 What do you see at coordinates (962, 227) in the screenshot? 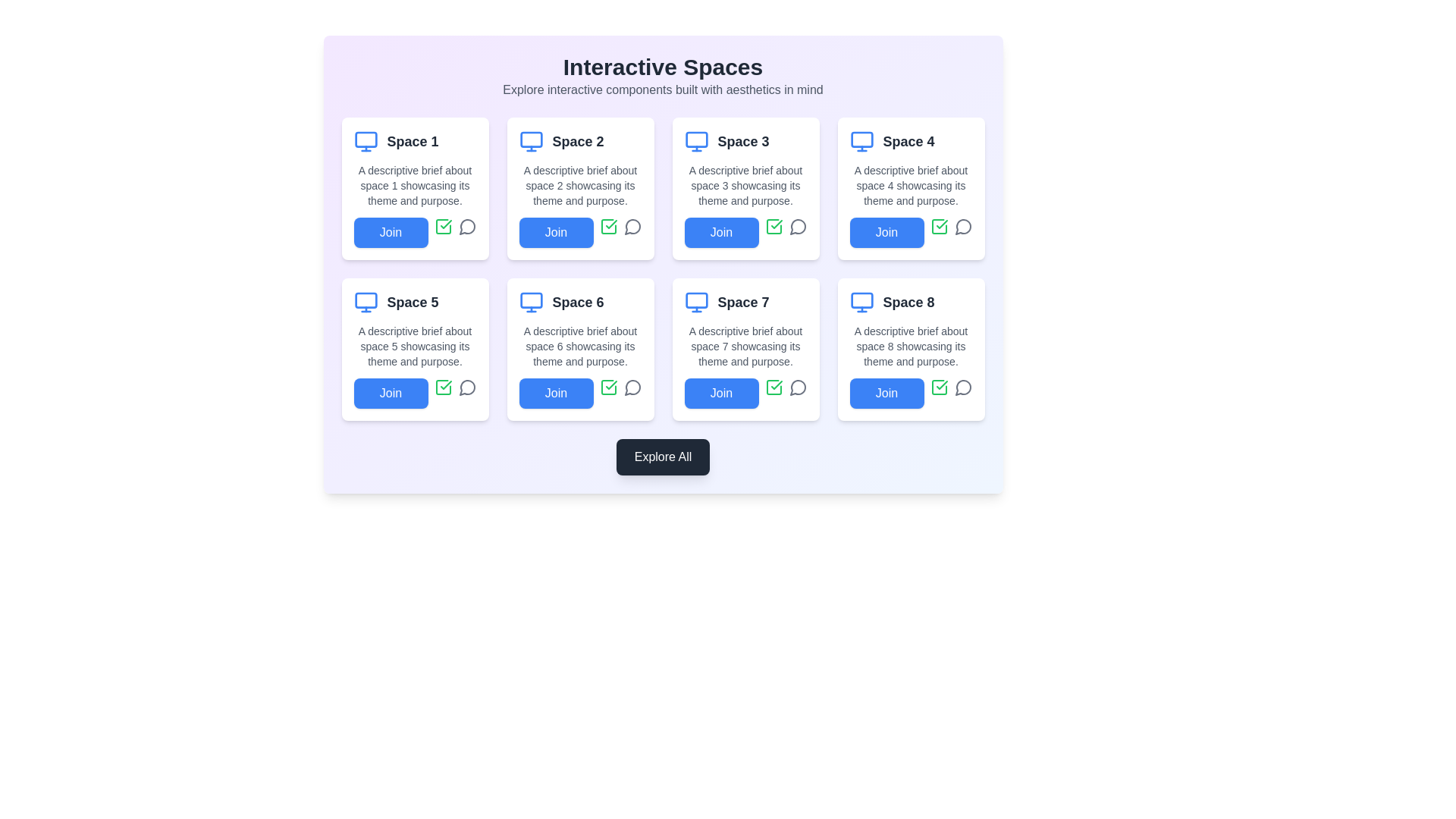
I see `the circular icon button for messaging or commenting functionality located in the top row of the 'Space 4' card, which is the last interactive element in the group` at bounding box center [962, 227].